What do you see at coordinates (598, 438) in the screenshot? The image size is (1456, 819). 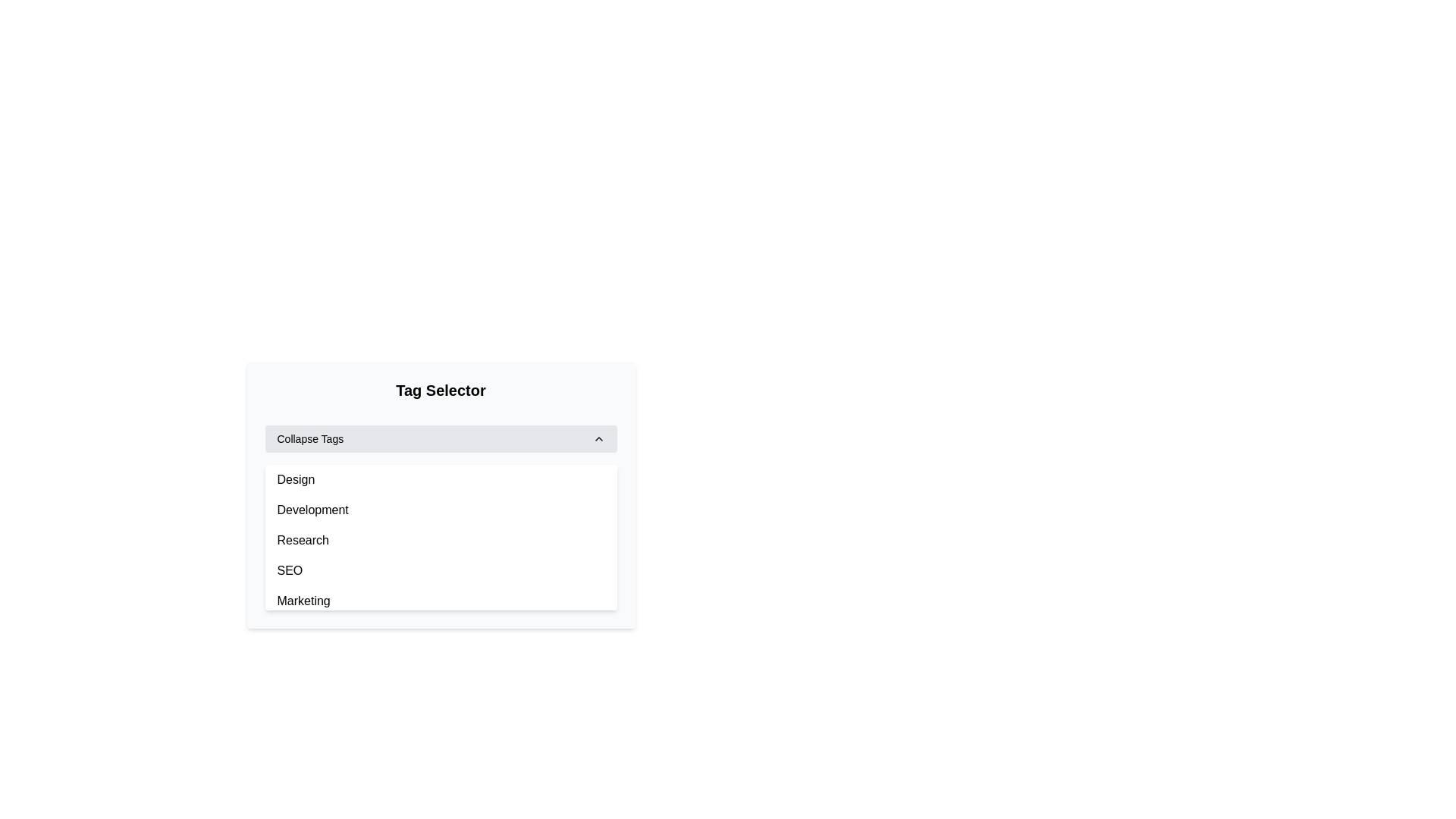 I see `the upward-facing chevron icon located in the 'Collapse Tags' section, positioned to the far right adjacent to the label 'Collapse Tags'` at bounding box center [598, 438].